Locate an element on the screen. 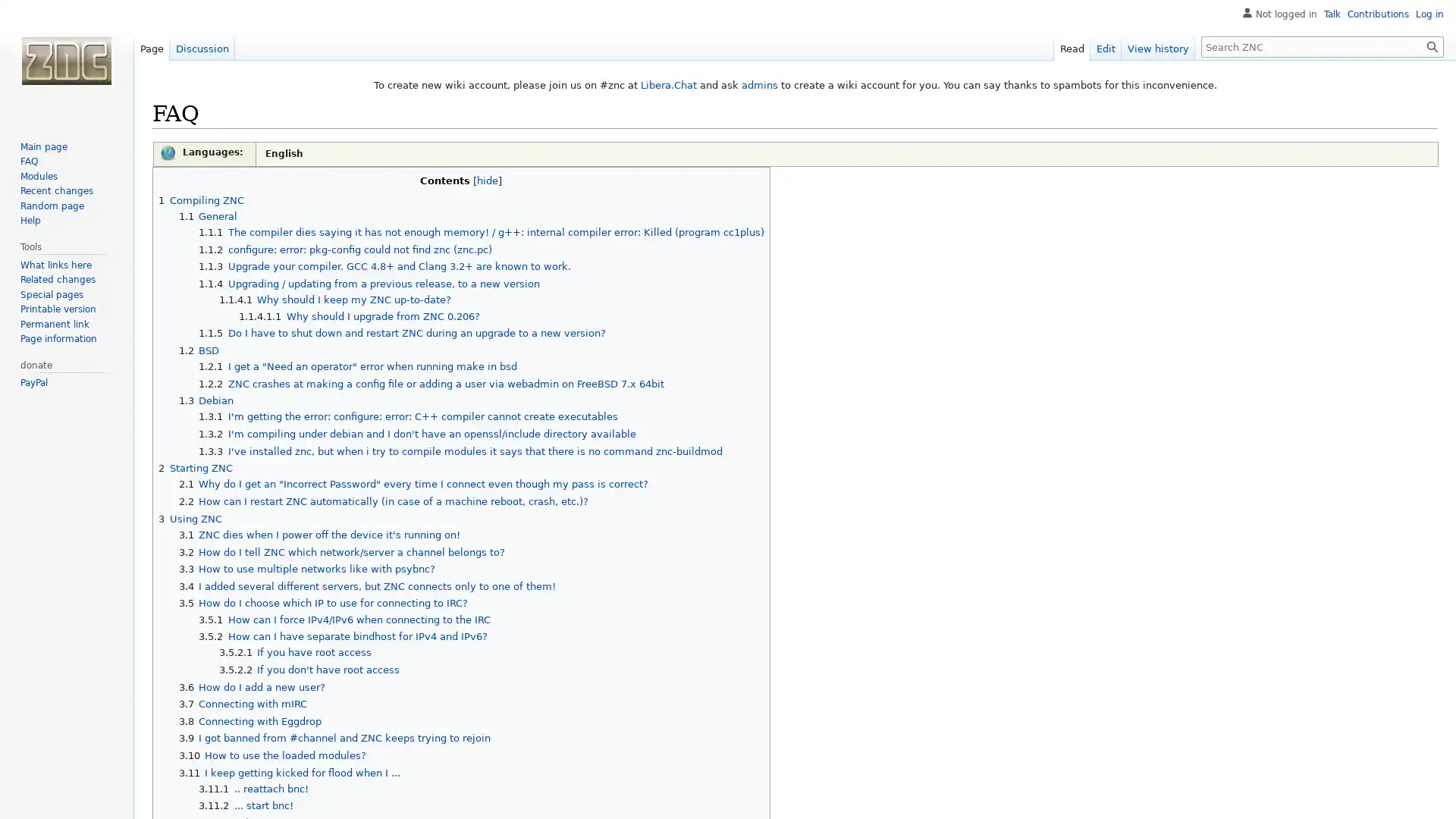  Search is located at coordinates (1432, 45).